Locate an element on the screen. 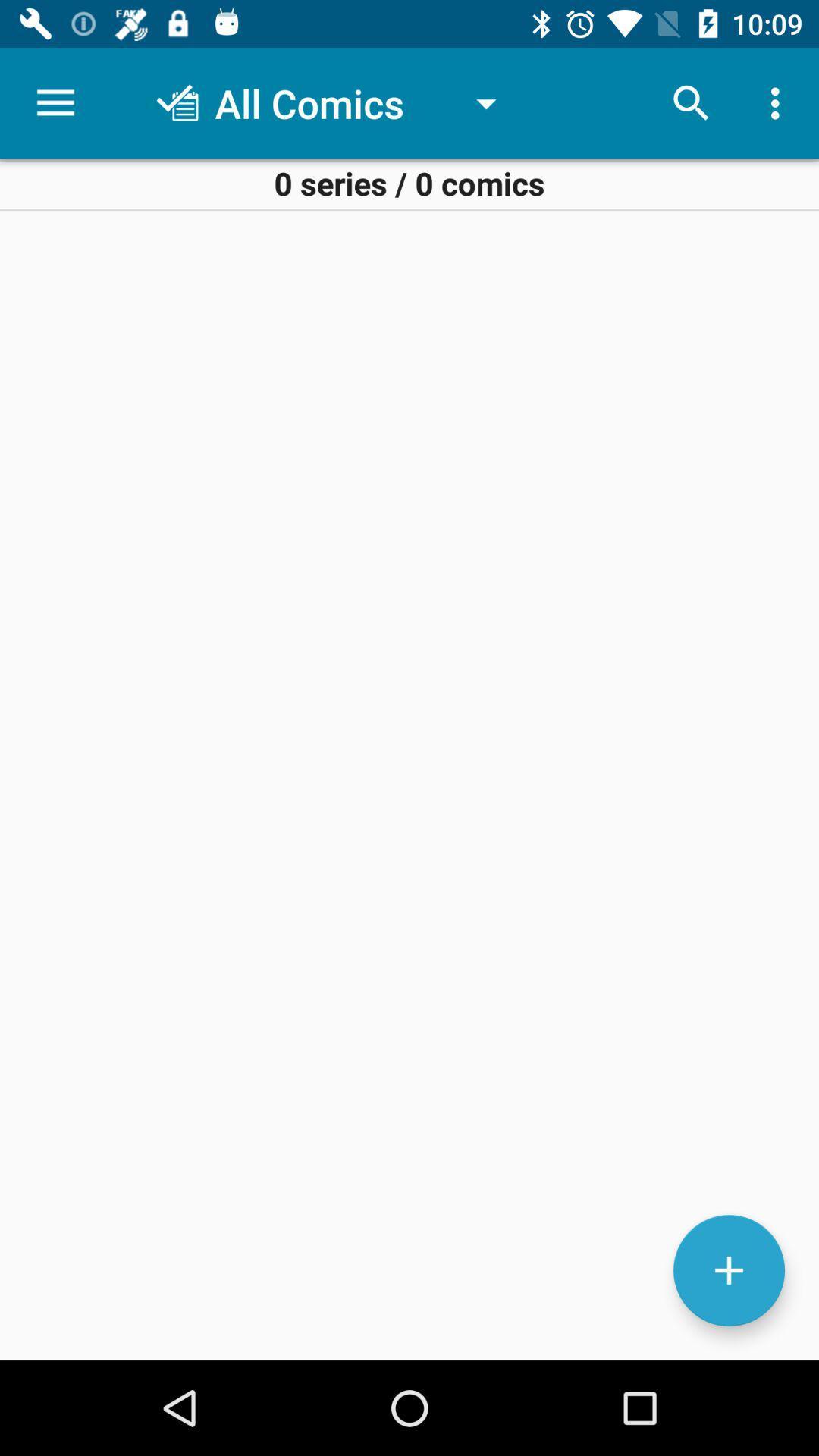 The image size is (819, 1456). upload comic is located at coordinates (728, 1270).